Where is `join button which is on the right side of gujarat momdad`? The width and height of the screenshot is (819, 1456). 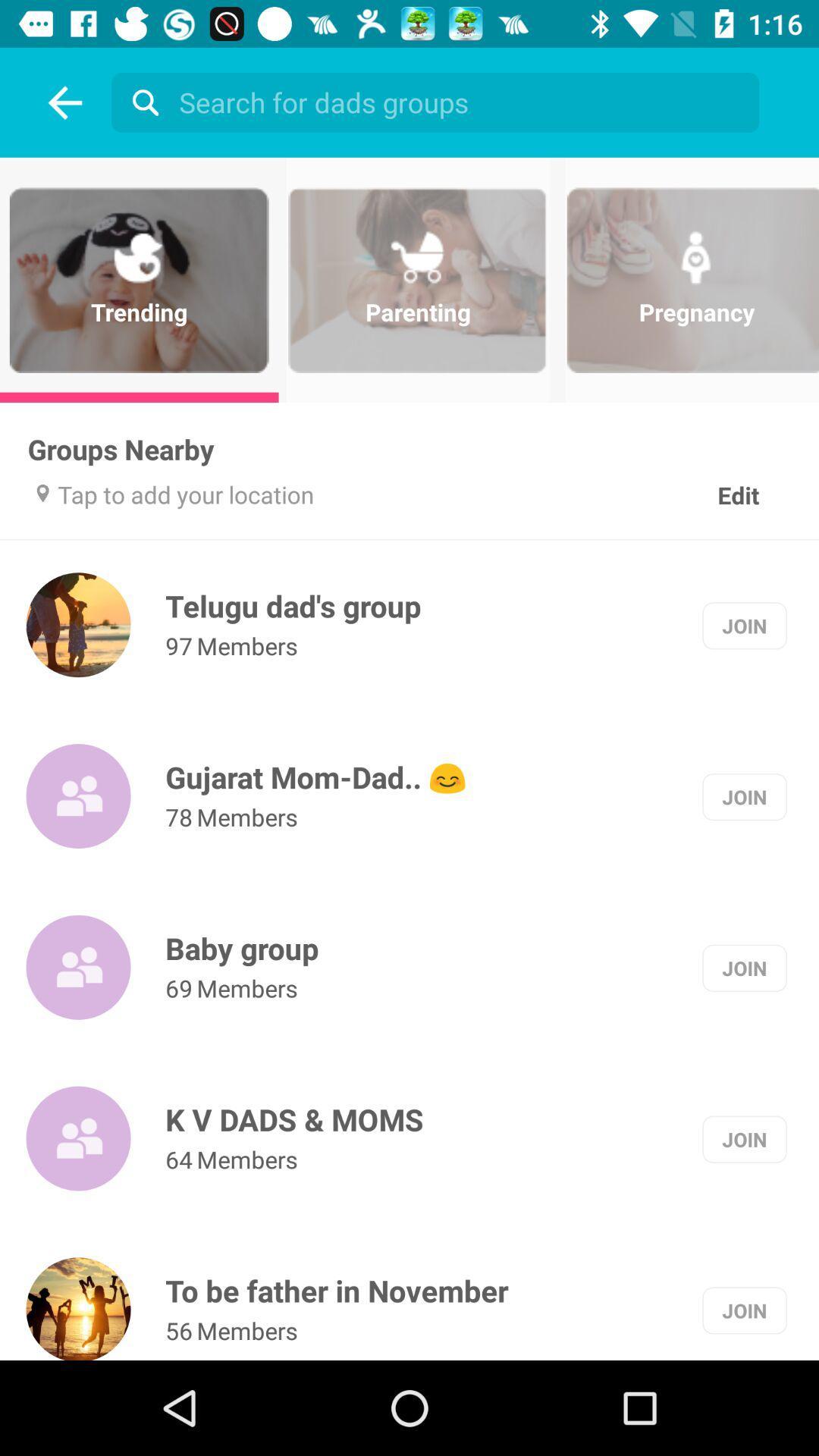
join button which is on the right side of gujarat momdad is located at coordinates (744, 796).